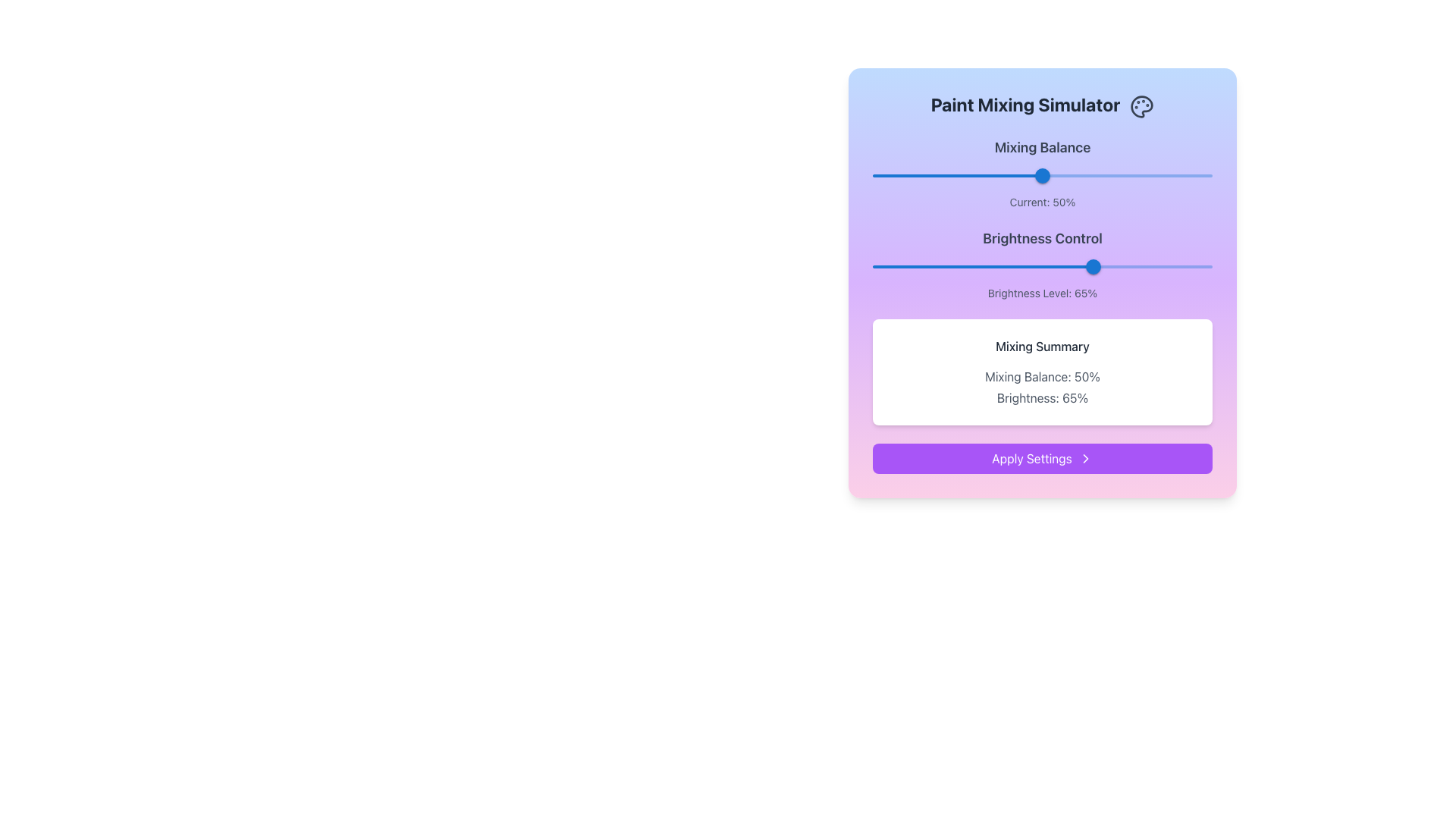 This screenshot has width=1456, height=819. Describe the element at coordinates (1089, 174) in the screenshot. I see `the Mixing Balance slider` at that location.